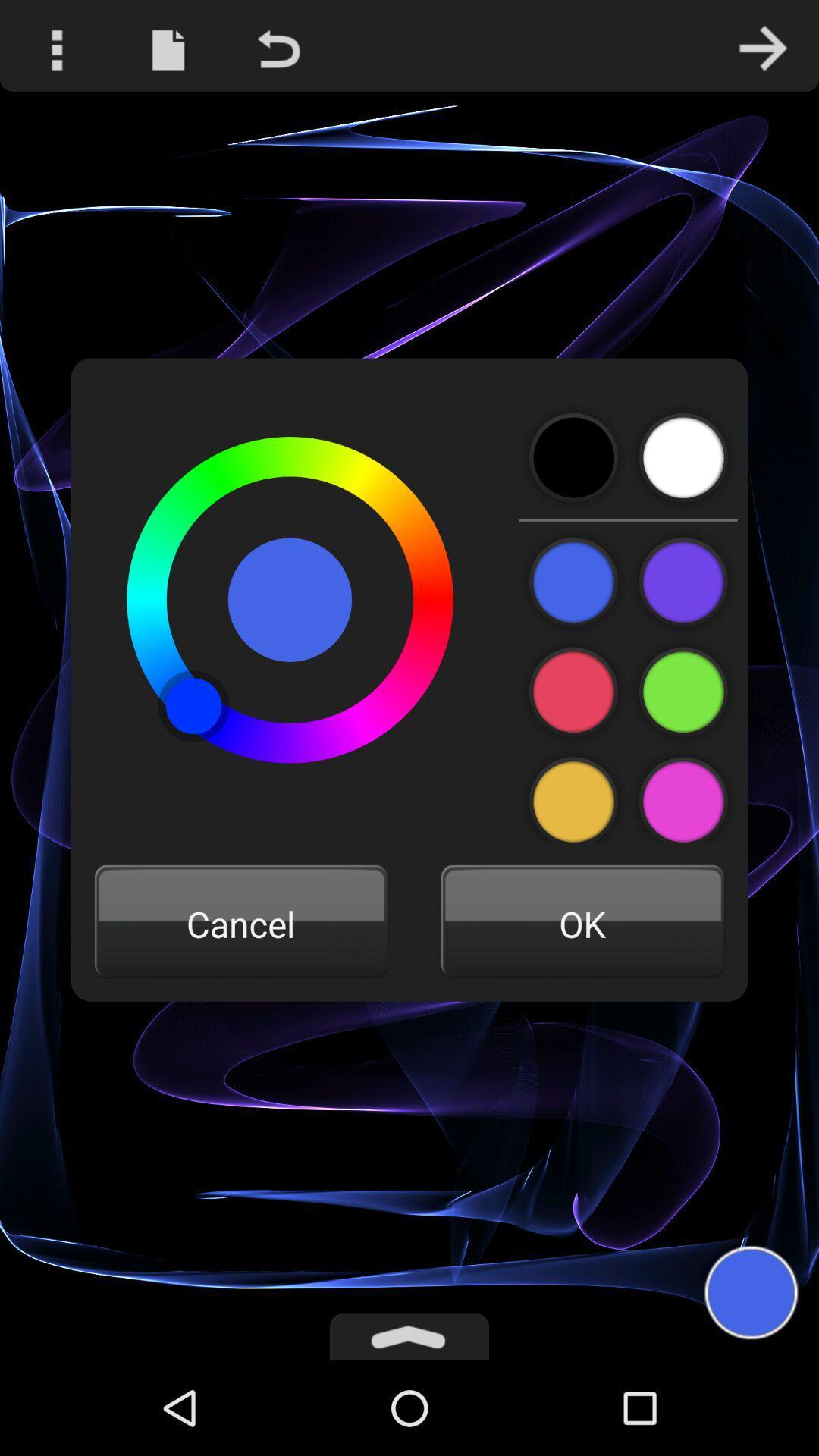 This screenshot has height=1456, width=819. What do you see at coordinates (574, 457) in the screenshot?
I see `black colour` at bounding box center [574, 457].